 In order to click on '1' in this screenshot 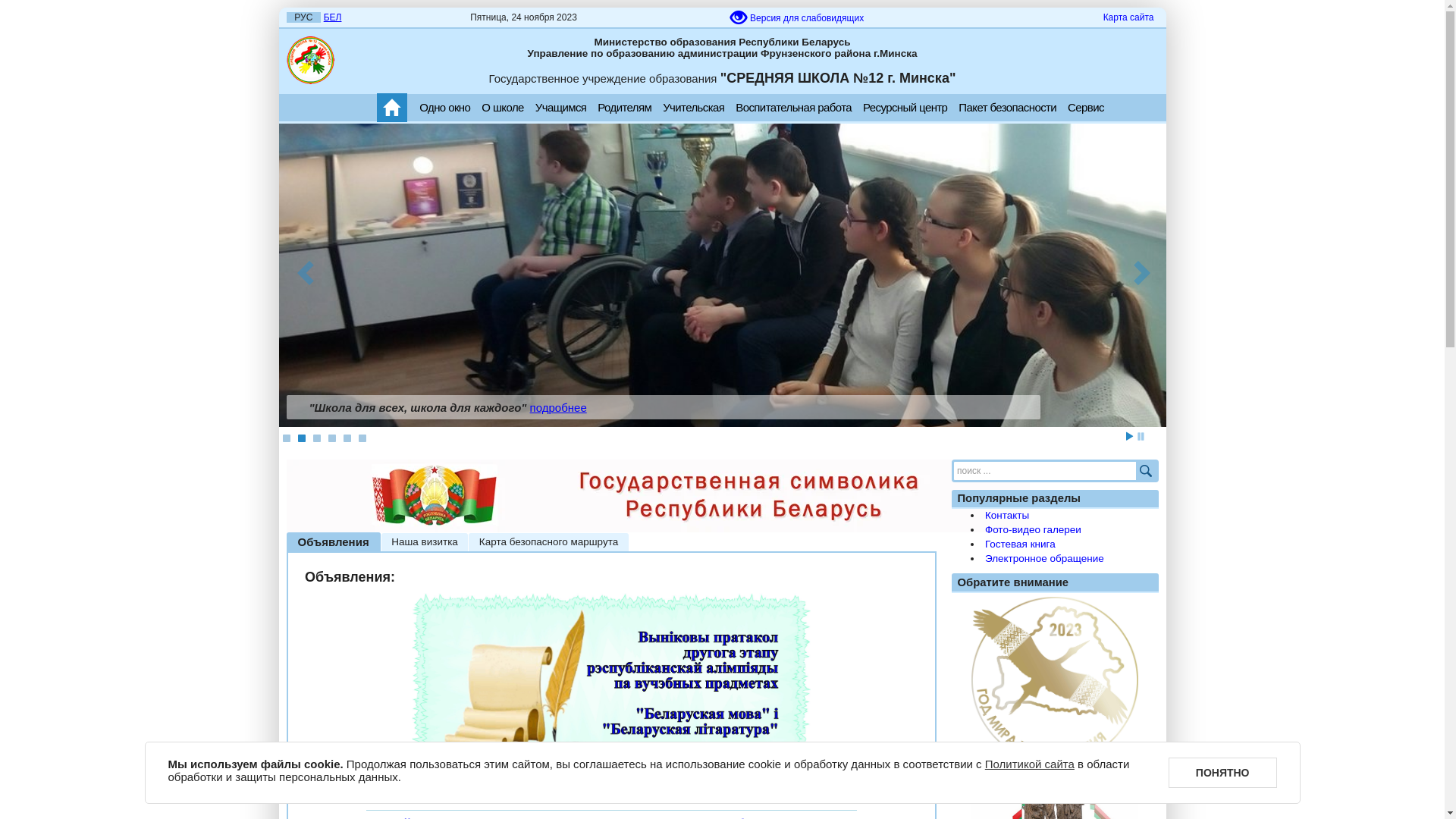, I will do `click(286, 438)`.